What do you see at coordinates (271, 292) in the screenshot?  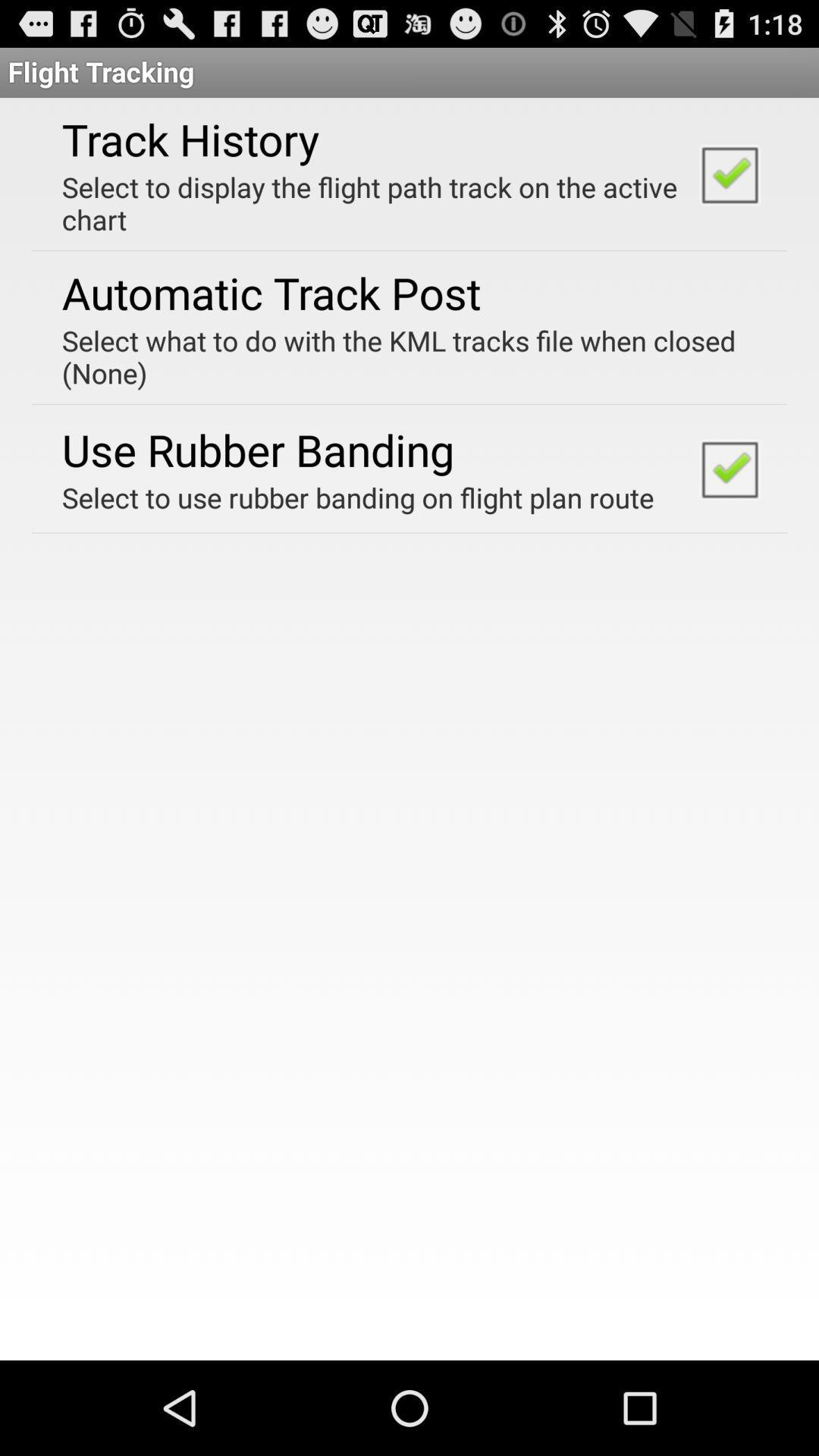 I see `the item below select to display` at bounding box center [271, 292].